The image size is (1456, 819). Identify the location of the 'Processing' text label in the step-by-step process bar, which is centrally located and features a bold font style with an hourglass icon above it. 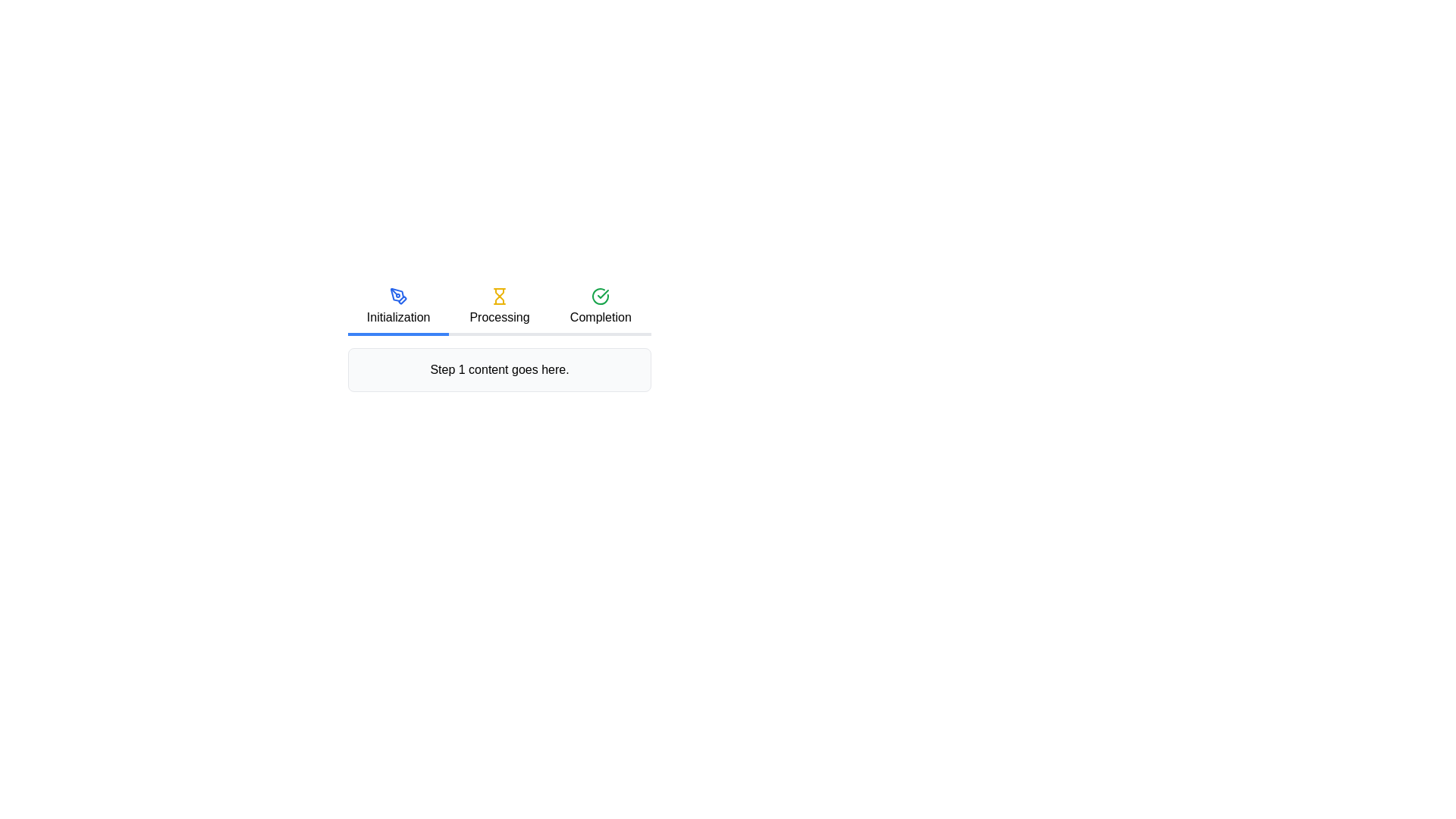
(499, 317).